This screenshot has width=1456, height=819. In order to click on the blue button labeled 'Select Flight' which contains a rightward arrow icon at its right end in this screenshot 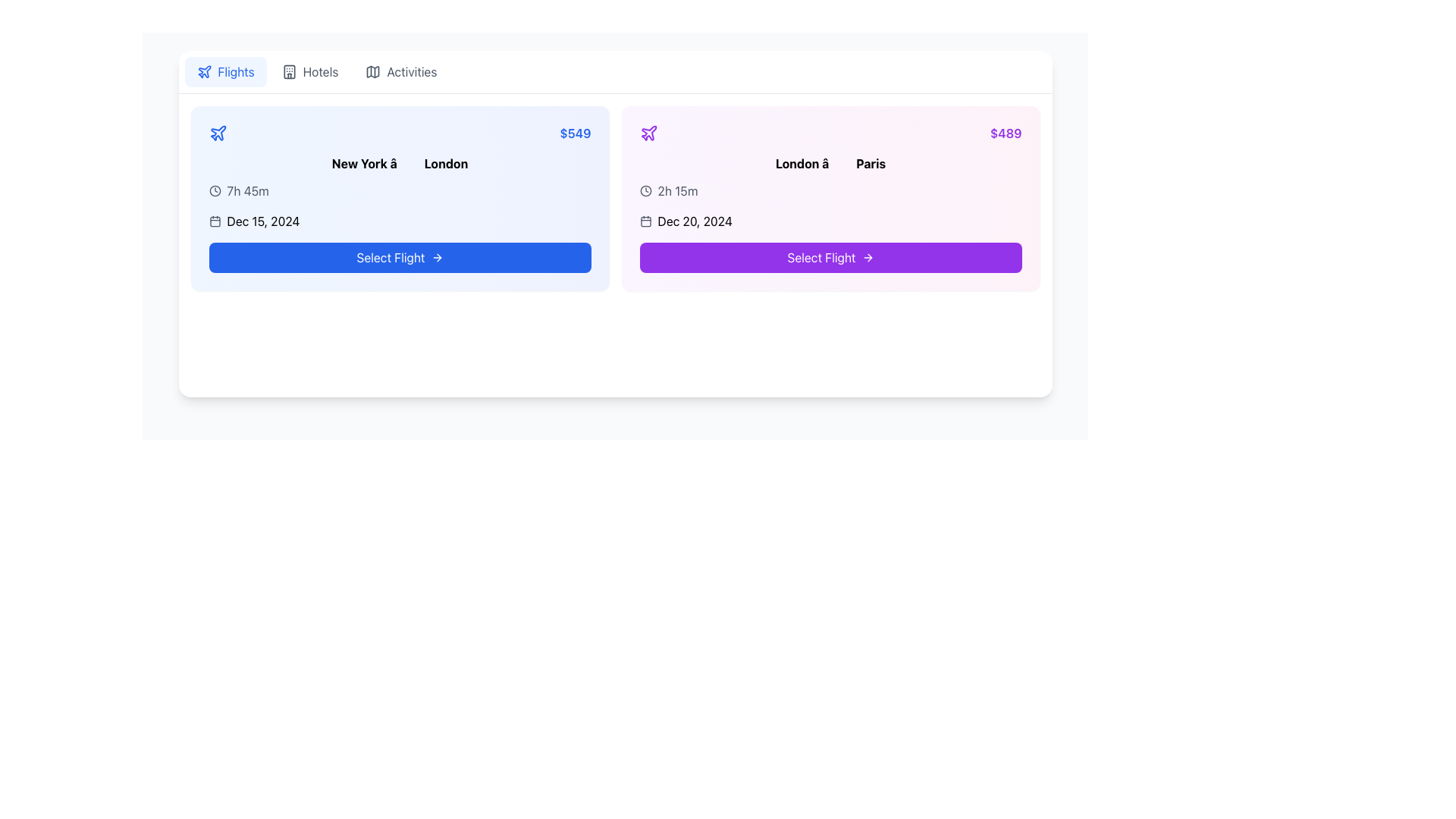, I will do `click(436, 256)`.